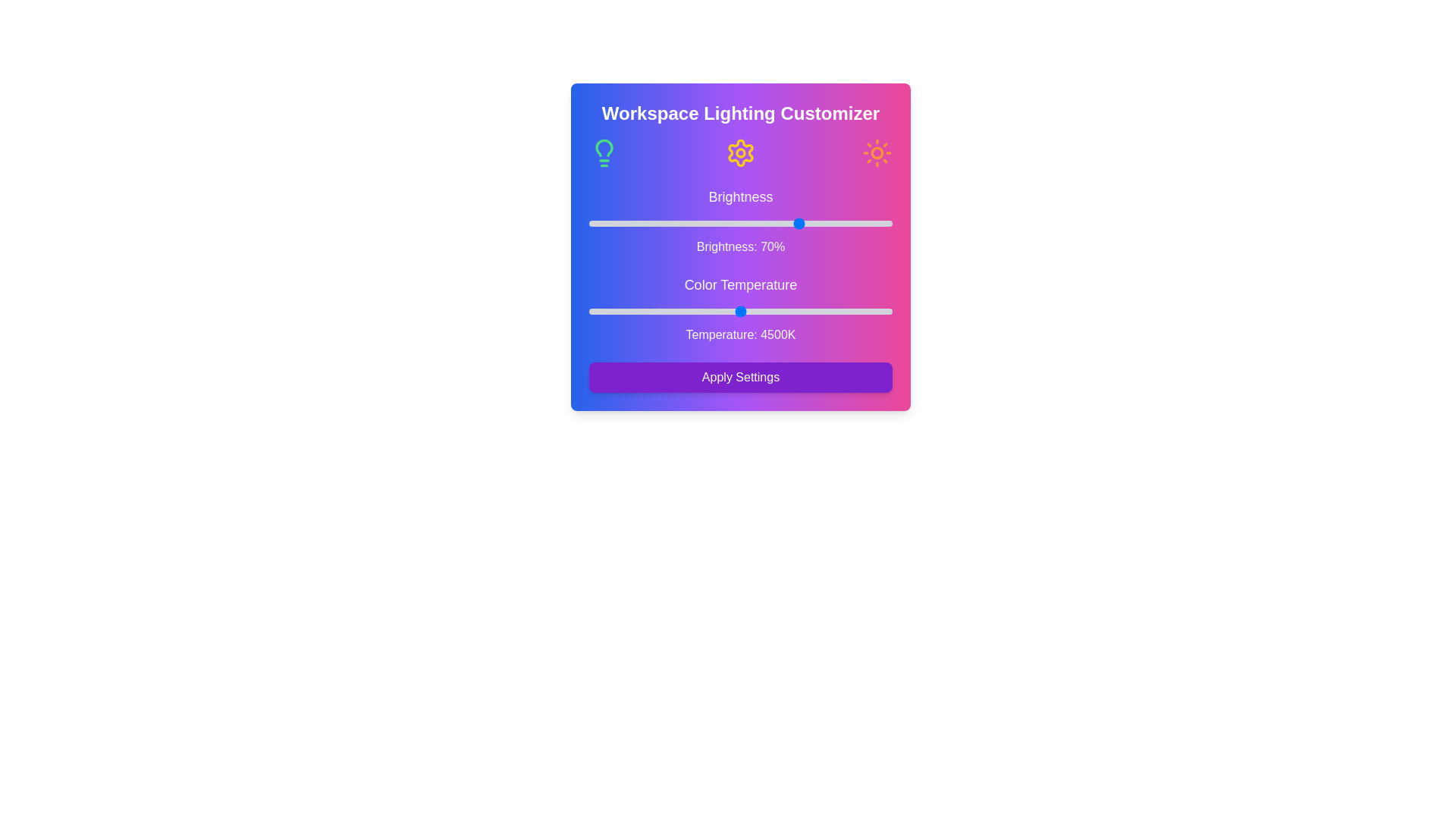 The image size is (1456, 819). What do you see at coordinates (847, 311) in the screenshot?
I see `the color temperature slider to 5919 K` at bounding box center [847, 311].